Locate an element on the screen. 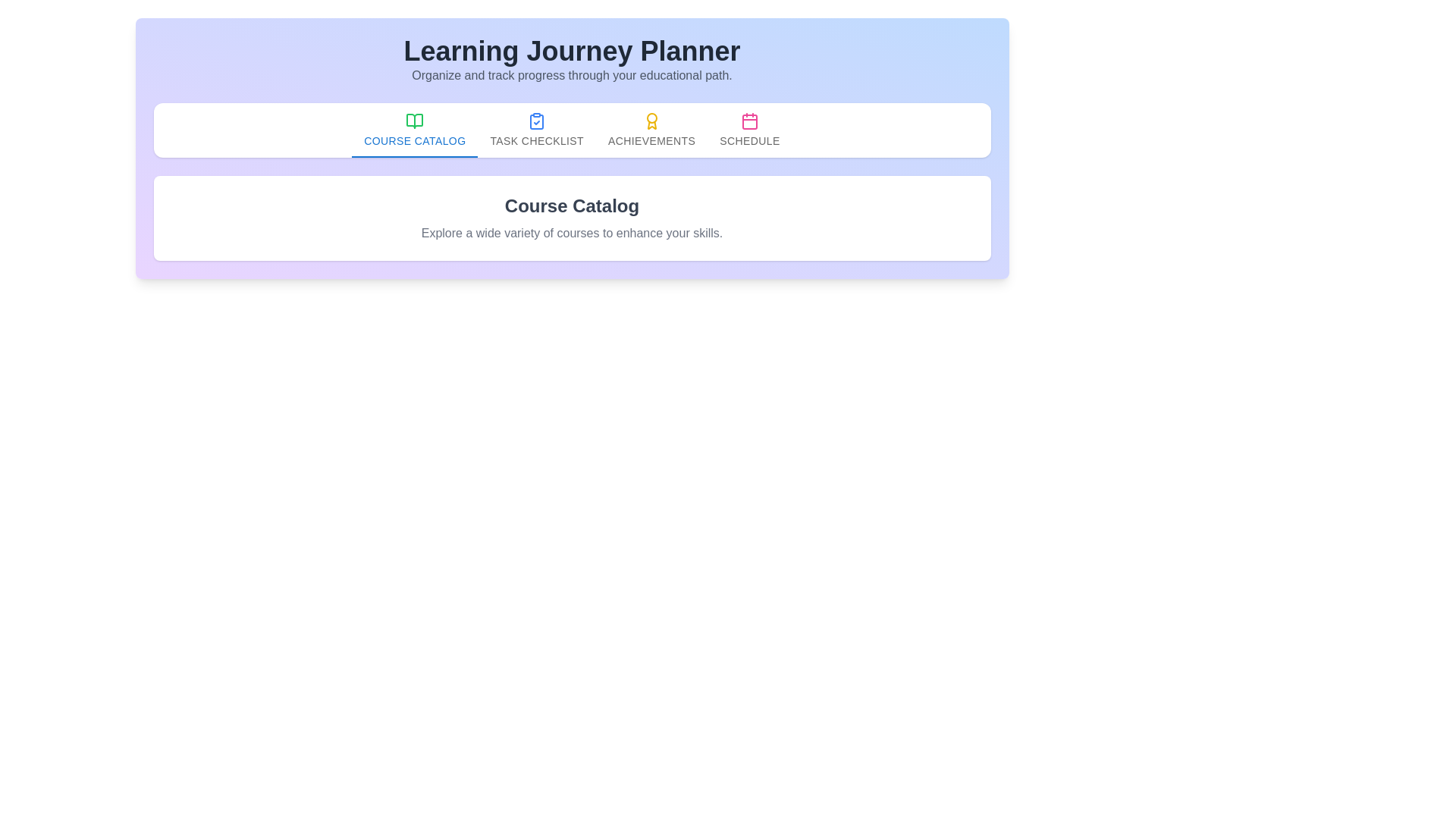  the second icon in the horizontal tab navigation bar, which is a rectangular clipboard-like icon with rounded corners and a blue outline, associated with the 'Task Checklist' tab is located at coordinates (537, 121).